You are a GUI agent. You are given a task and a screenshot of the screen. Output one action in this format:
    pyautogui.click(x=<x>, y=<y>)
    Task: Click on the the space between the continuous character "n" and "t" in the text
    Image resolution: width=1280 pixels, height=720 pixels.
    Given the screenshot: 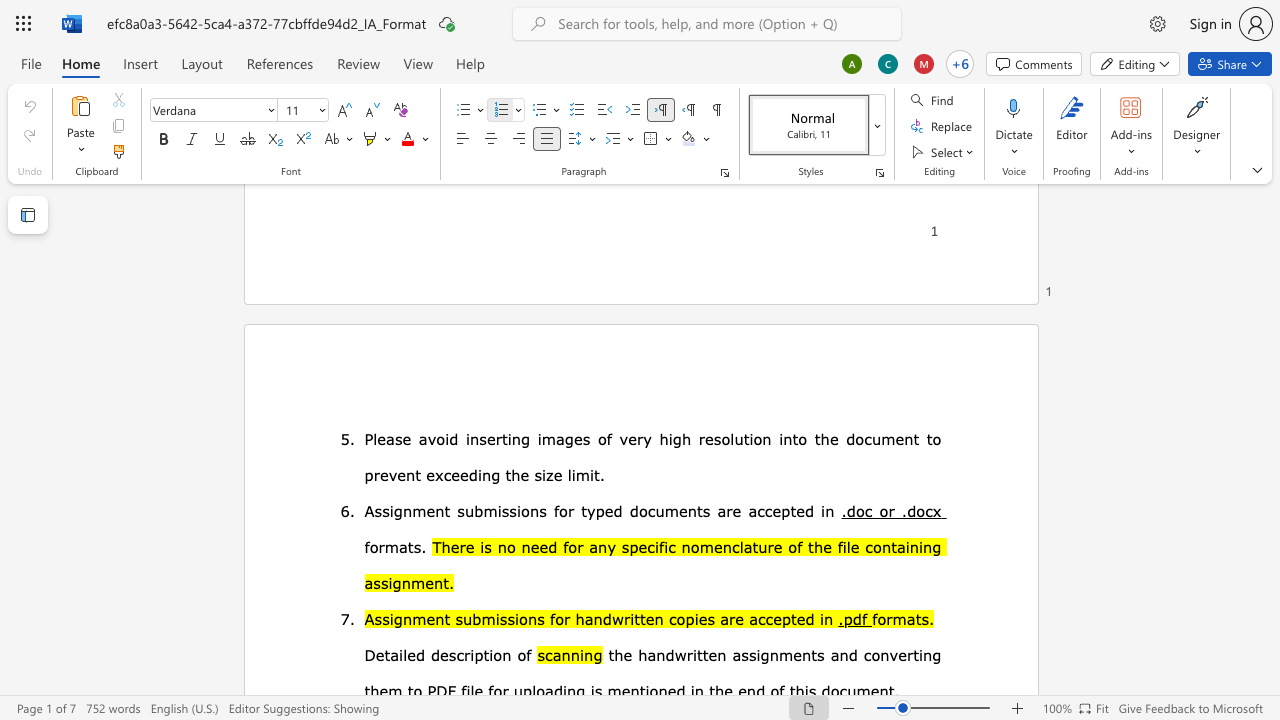 What is the action you would take?
    pyautogui.click(x=442, y=509)
    